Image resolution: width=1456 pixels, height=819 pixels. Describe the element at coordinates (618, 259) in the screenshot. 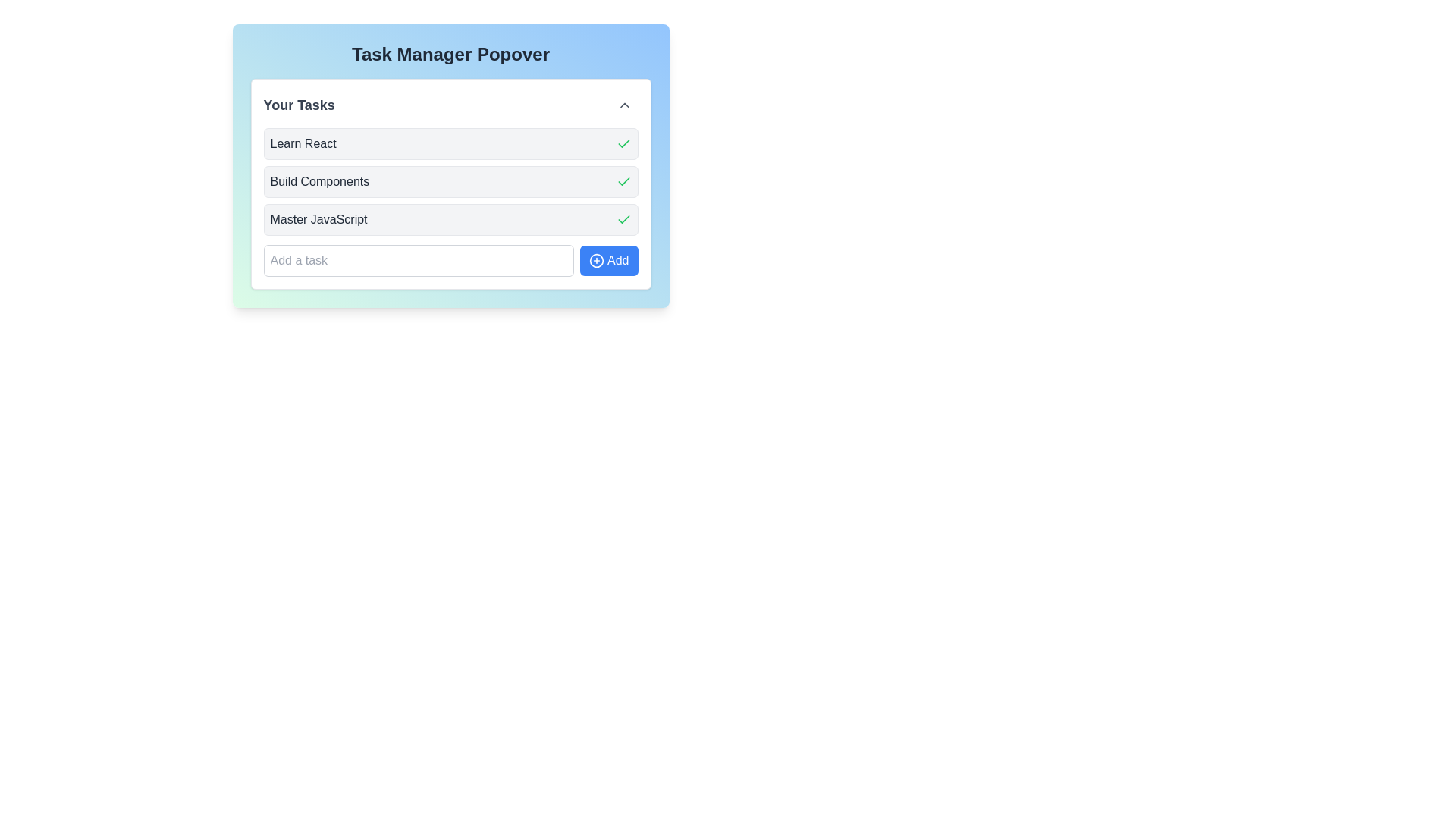

I see `the 'Add Task' button's text label, which is located at the bottom-right corner of the task management popover and contains the text 'Add'` at that location.